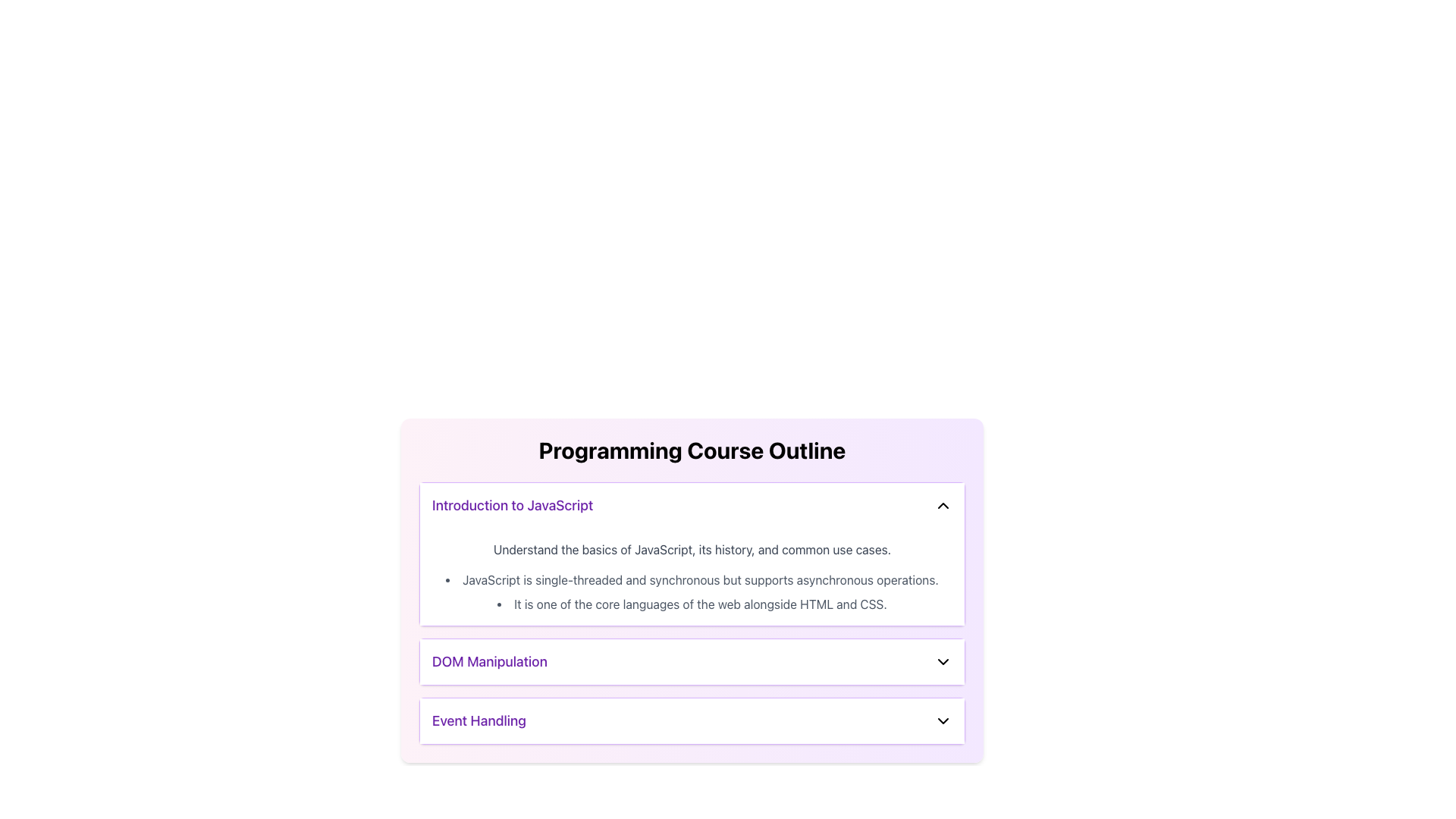 The height and width of the screenshot is (819, 1456). I want to click on the upward-pointing chevron icon located to the right of the heading 'Introduction to JavaScript', so click(942, 506).